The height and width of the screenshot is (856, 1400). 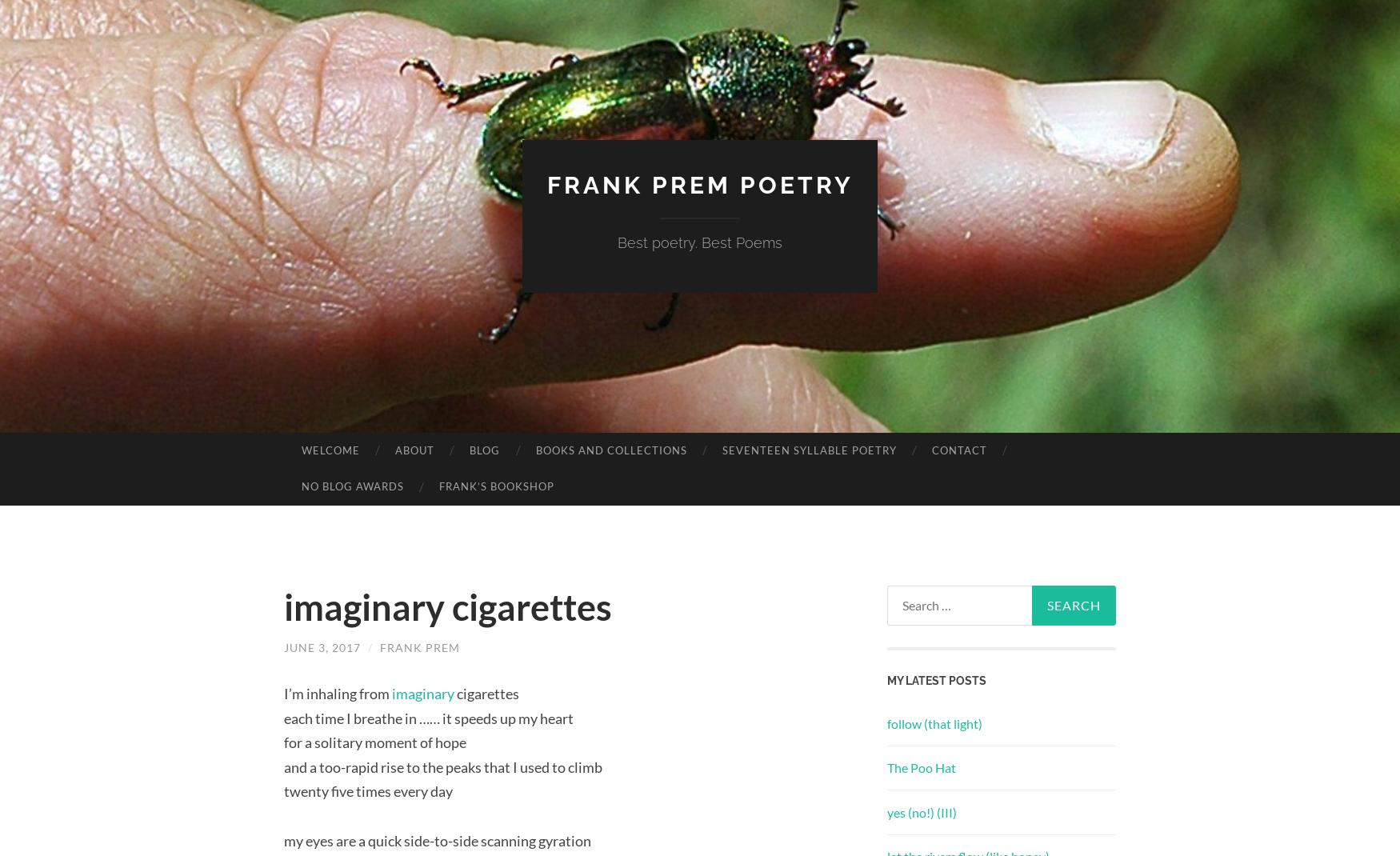 What do you see at coordinates (375, 742) in the screenshot?
I see `'for a solitary moment of hope'` at bounding box center [375, 742].